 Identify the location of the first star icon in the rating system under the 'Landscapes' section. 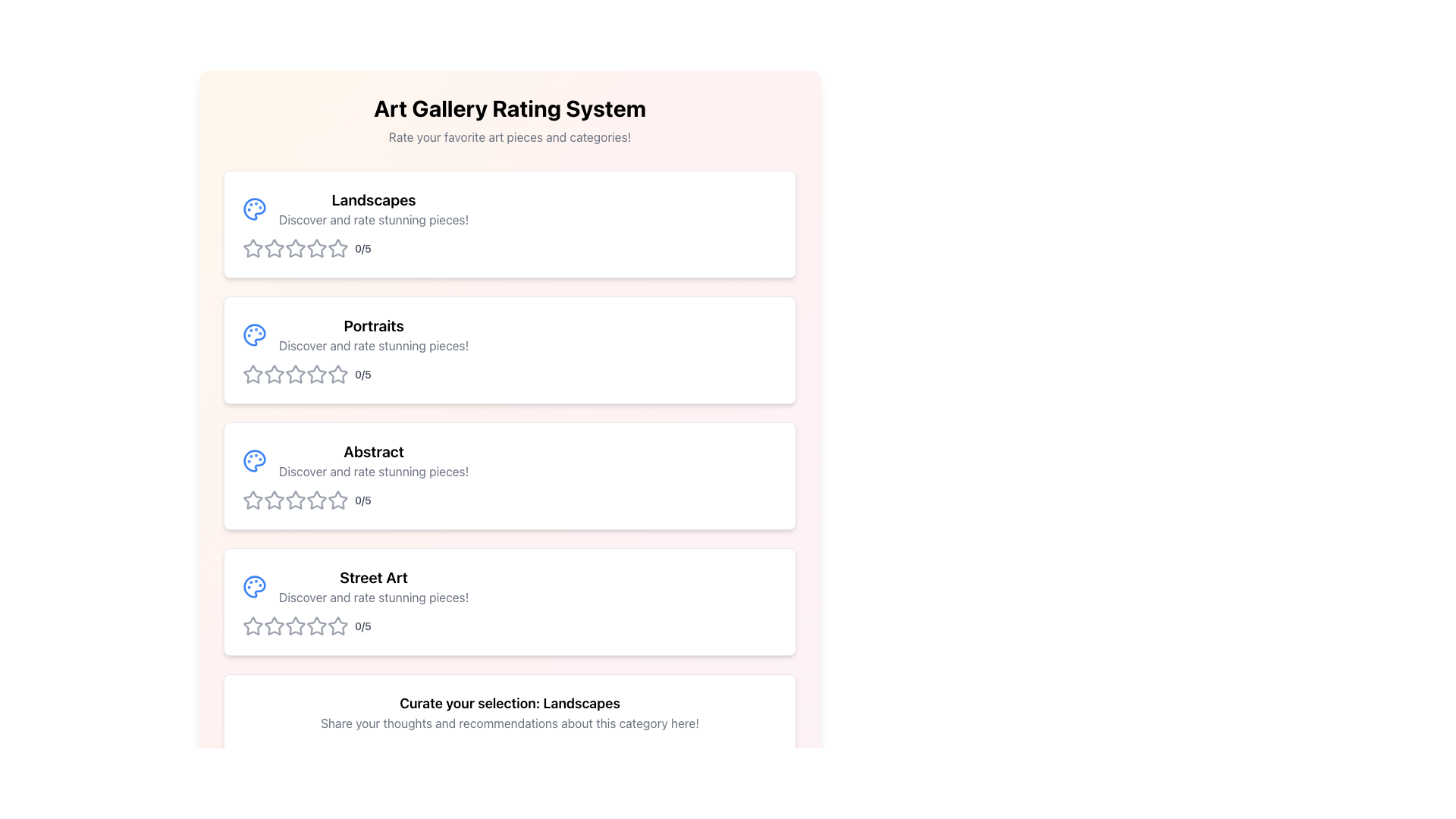
(252, 247).